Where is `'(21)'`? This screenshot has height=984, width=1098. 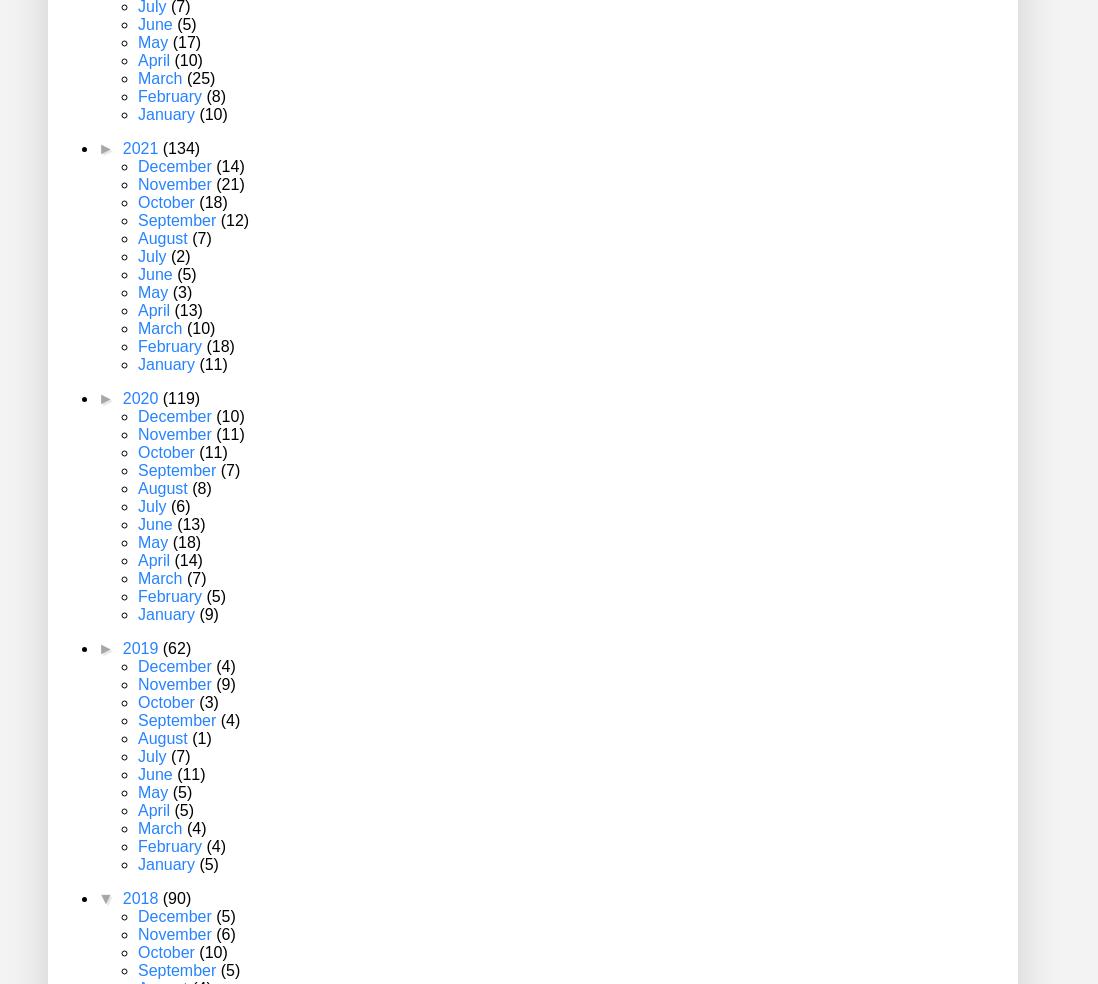
'(21)' is located at coordinates (229, 184).